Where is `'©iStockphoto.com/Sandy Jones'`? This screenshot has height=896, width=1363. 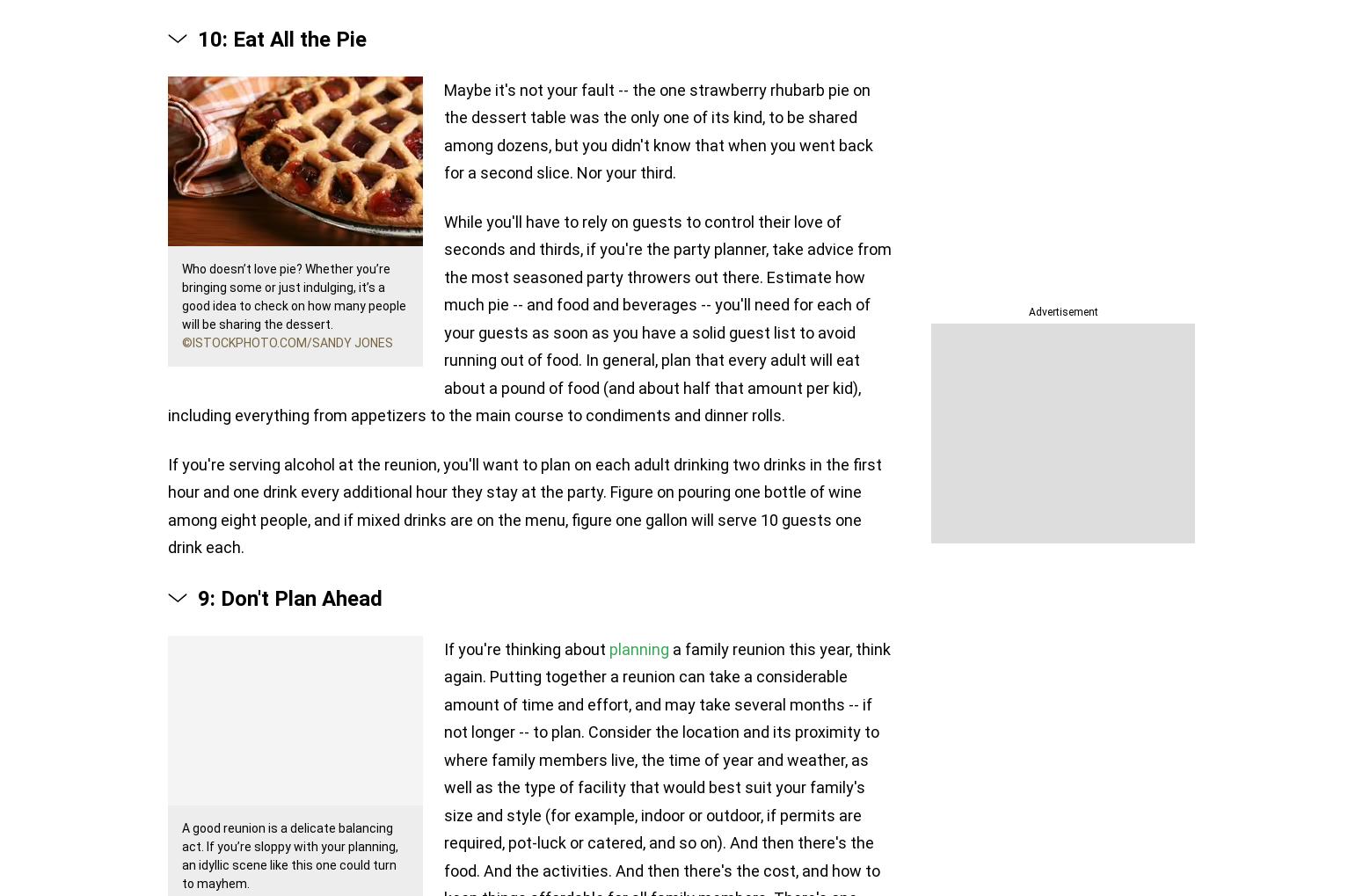
'©iStockphoto.com/Sandy Jones' is located at coordinates (287, 340).